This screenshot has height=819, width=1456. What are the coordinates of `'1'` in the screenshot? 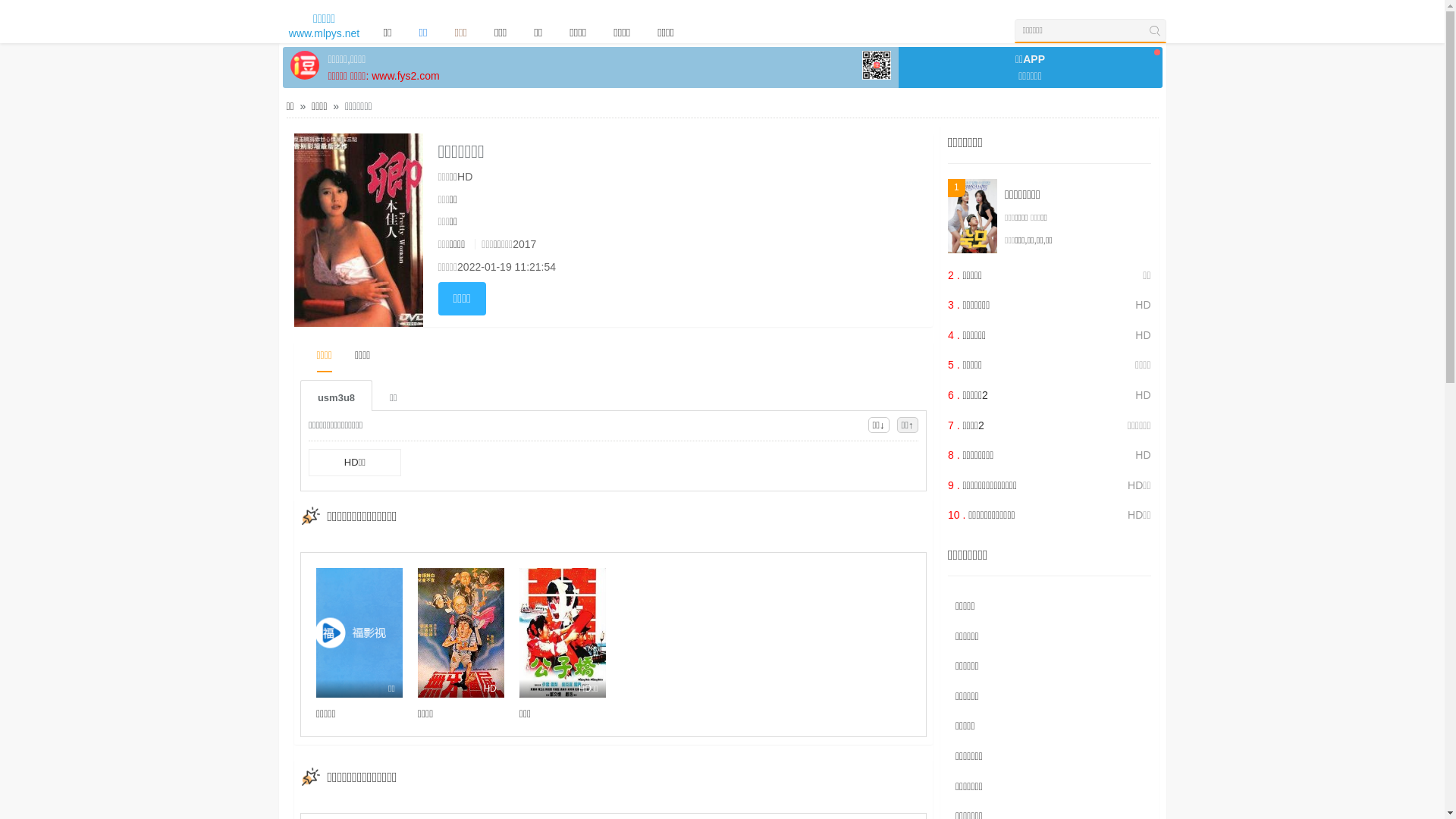 It's located at (946, 216).